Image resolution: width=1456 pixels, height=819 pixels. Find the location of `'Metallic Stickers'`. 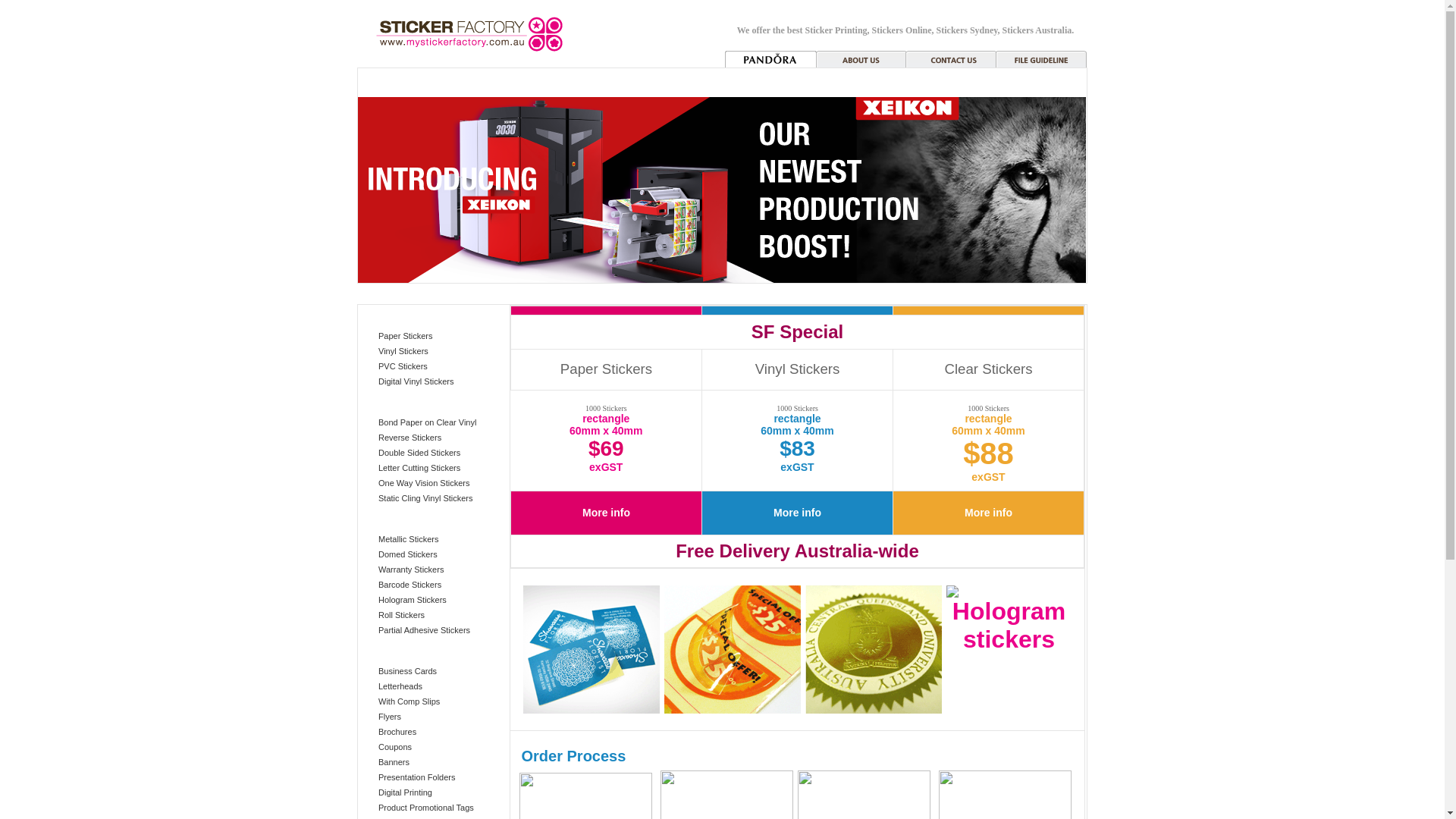

'Metallic Stickers' is located at coordinates (378, 538).